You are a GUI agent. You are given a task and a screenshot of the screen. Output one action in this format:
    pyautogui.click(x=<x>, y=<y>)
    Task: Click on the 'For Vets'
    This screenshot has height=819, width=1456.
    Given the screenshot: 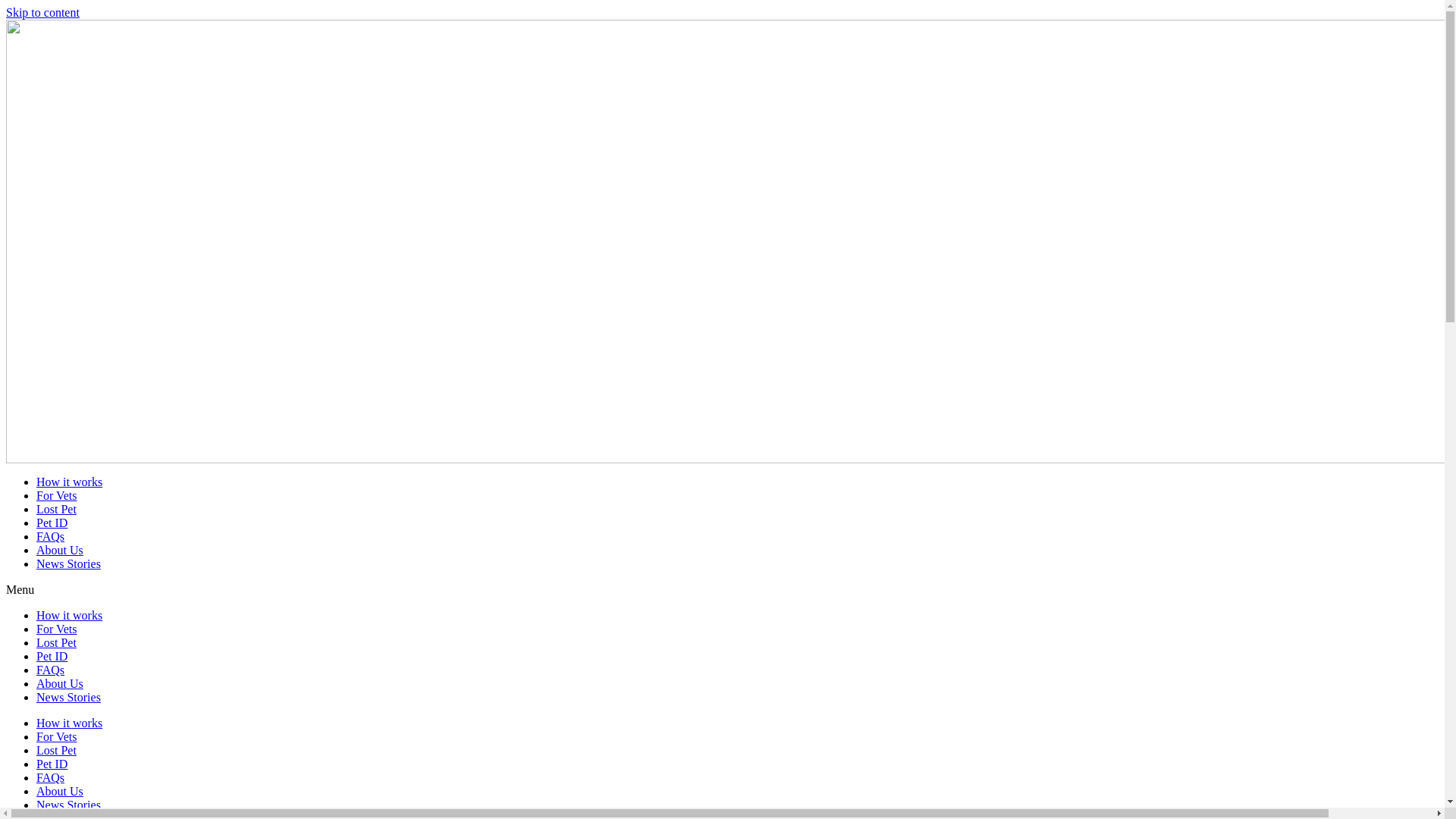 What is the action you would take?
    pyautogui.click(x=57, y=629)
    